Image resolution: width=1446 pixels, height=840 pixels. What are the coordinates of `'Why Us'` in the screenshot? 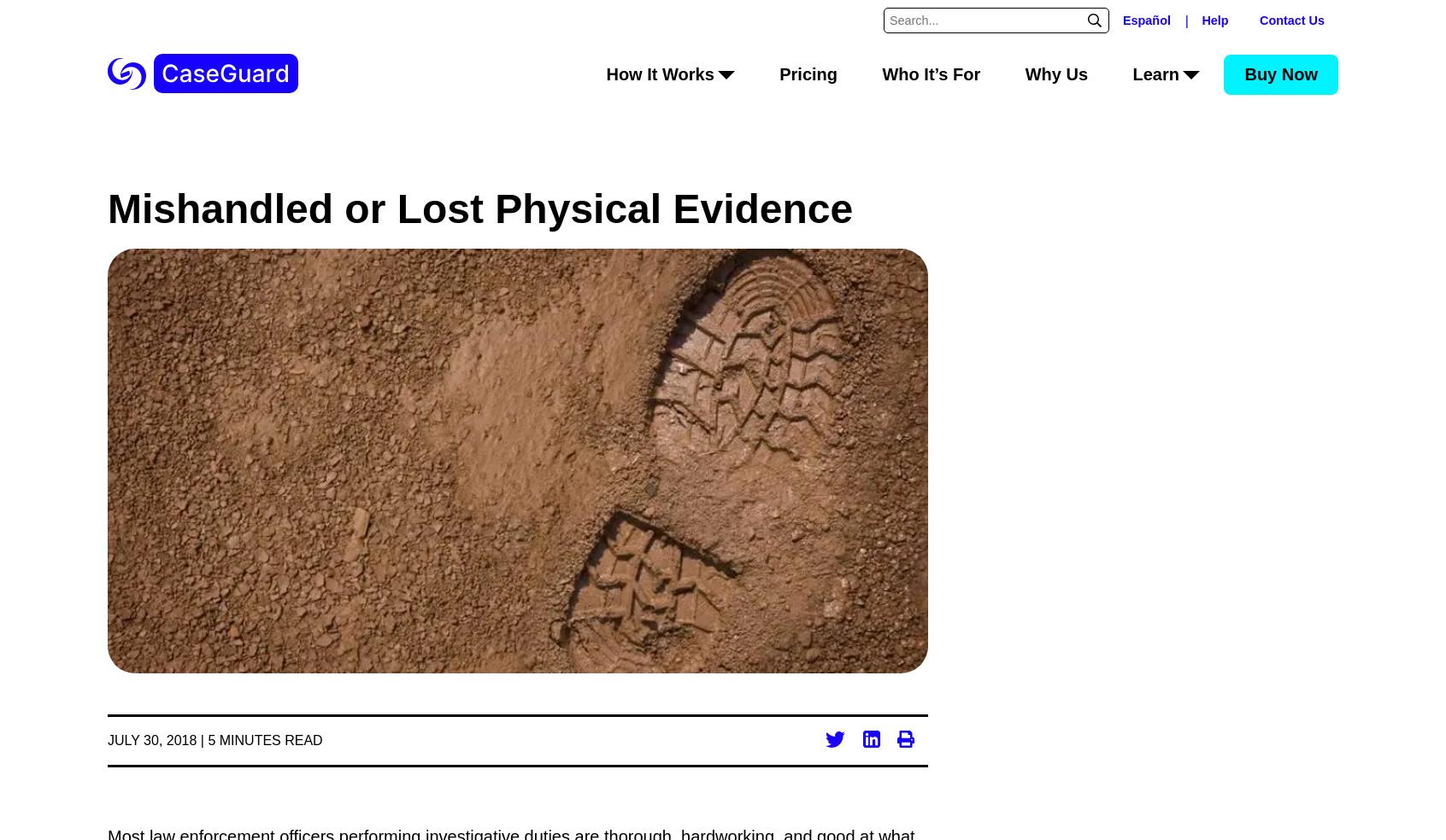 It's located at (1023, 73).